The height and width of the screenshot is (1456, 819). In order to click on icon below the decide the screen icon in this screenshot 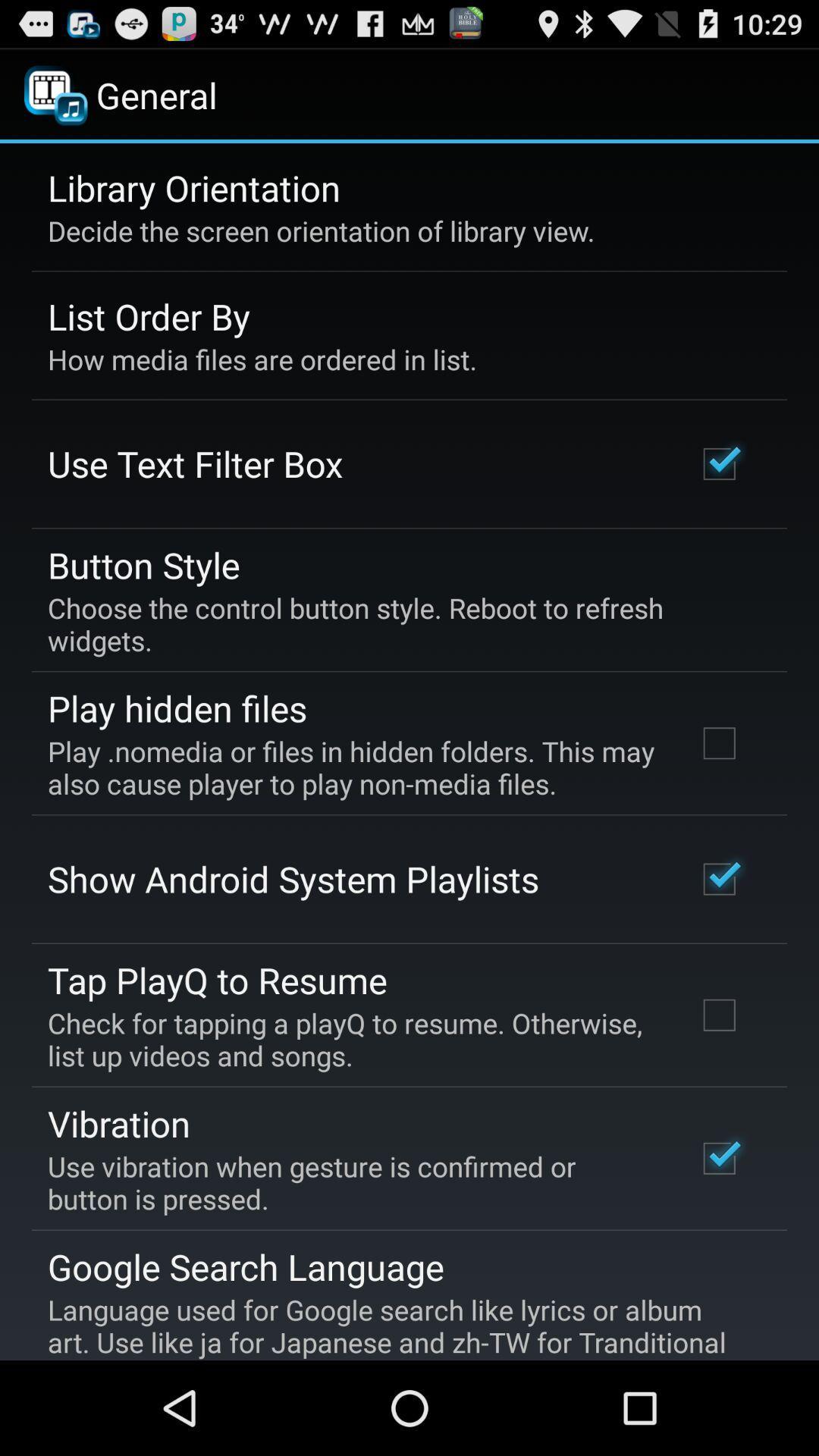, I will do `click(149, 315)`.